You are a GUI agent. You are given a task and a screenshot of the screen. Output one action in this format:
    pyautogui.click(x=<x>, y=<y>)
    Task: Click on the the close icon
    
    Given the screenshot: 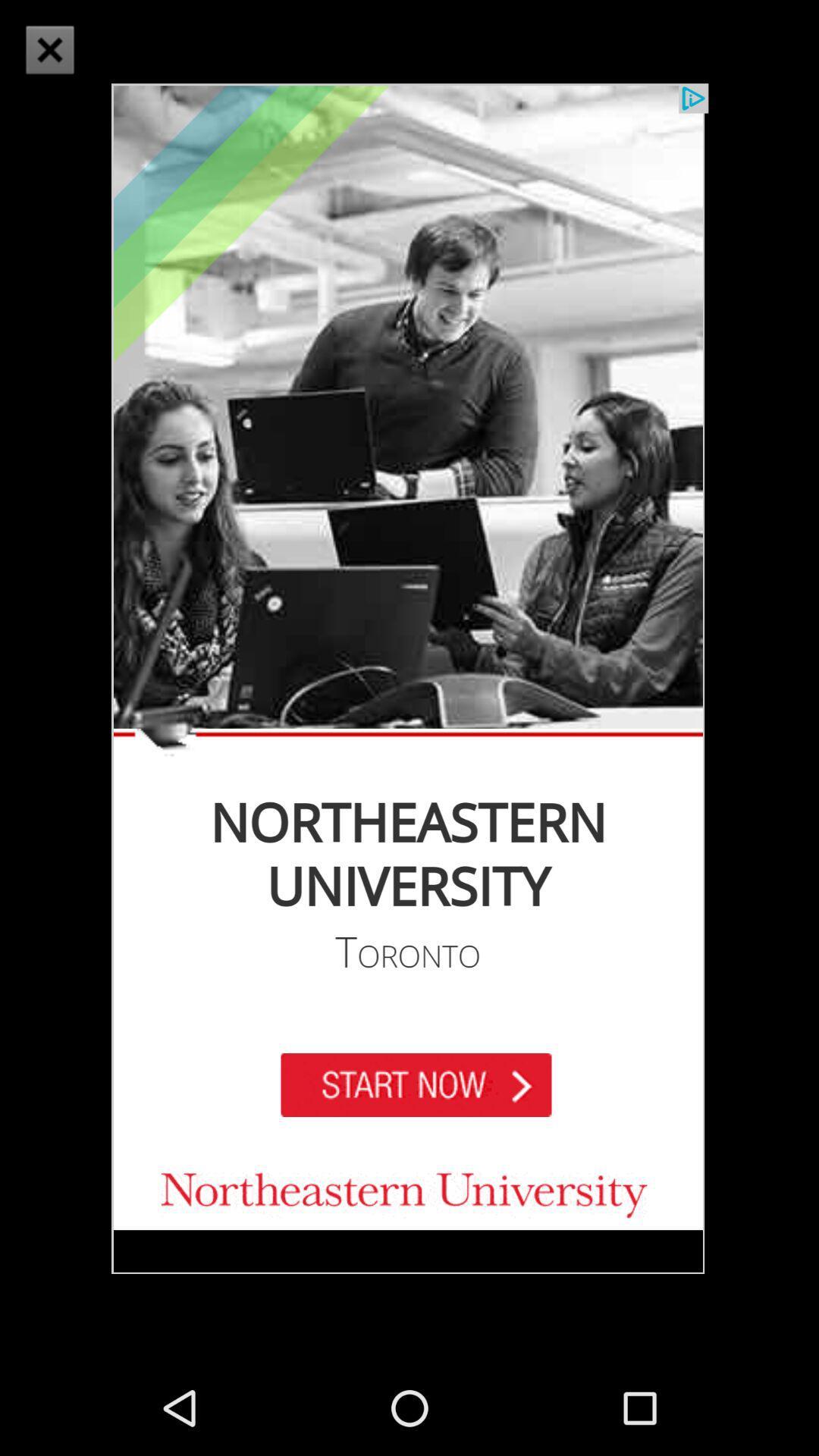 What is the action you would take?
    pyautogui.click(x=58, y=63)
    